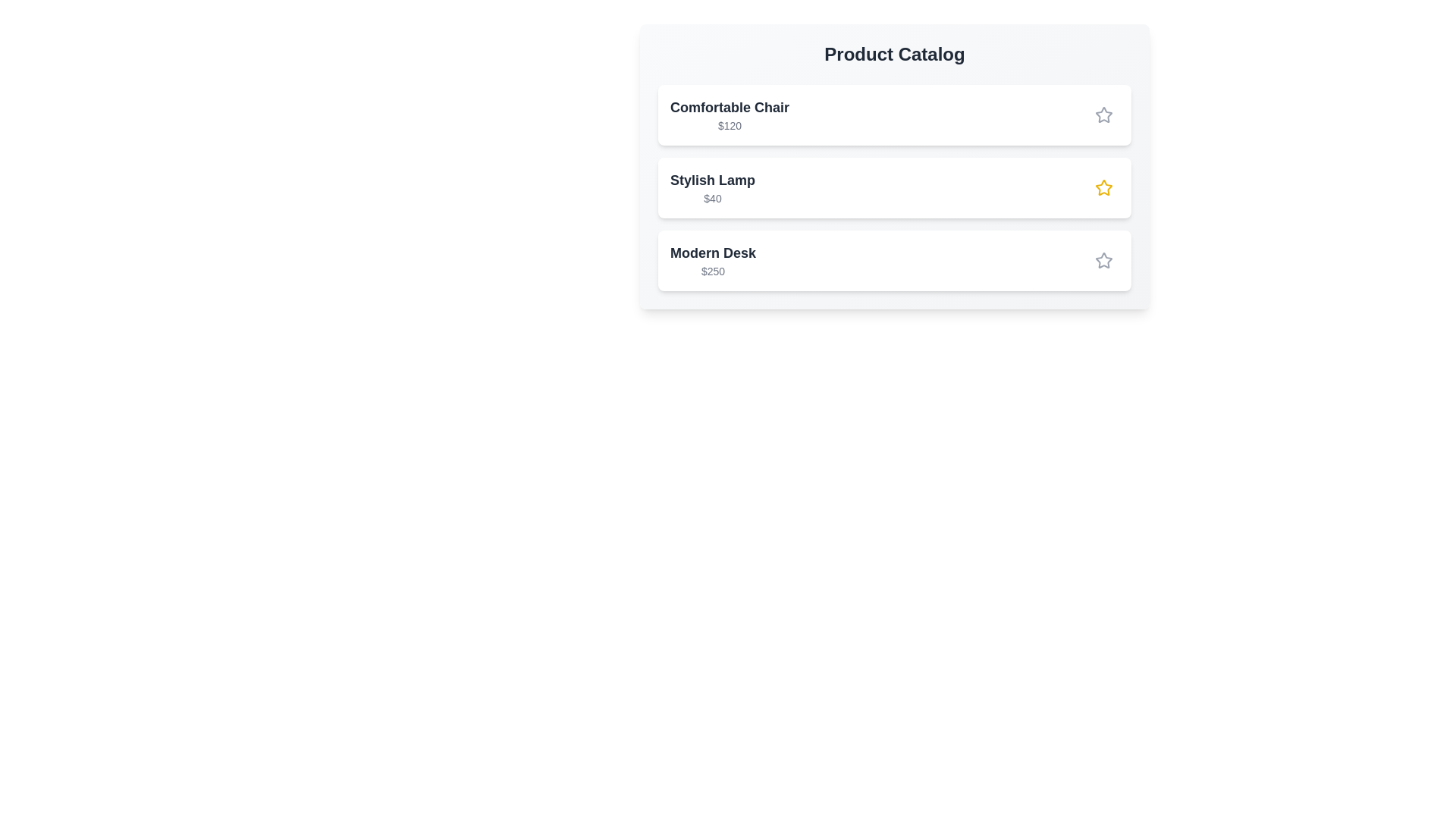 The height and width of the screenshot is (819, 1456). What do you see at coordinates (1103, 187) in the screenshot?
I see `star icon for the product with name Stylish Lamp to toggle its featured state` at bounding box center [1103, 187].